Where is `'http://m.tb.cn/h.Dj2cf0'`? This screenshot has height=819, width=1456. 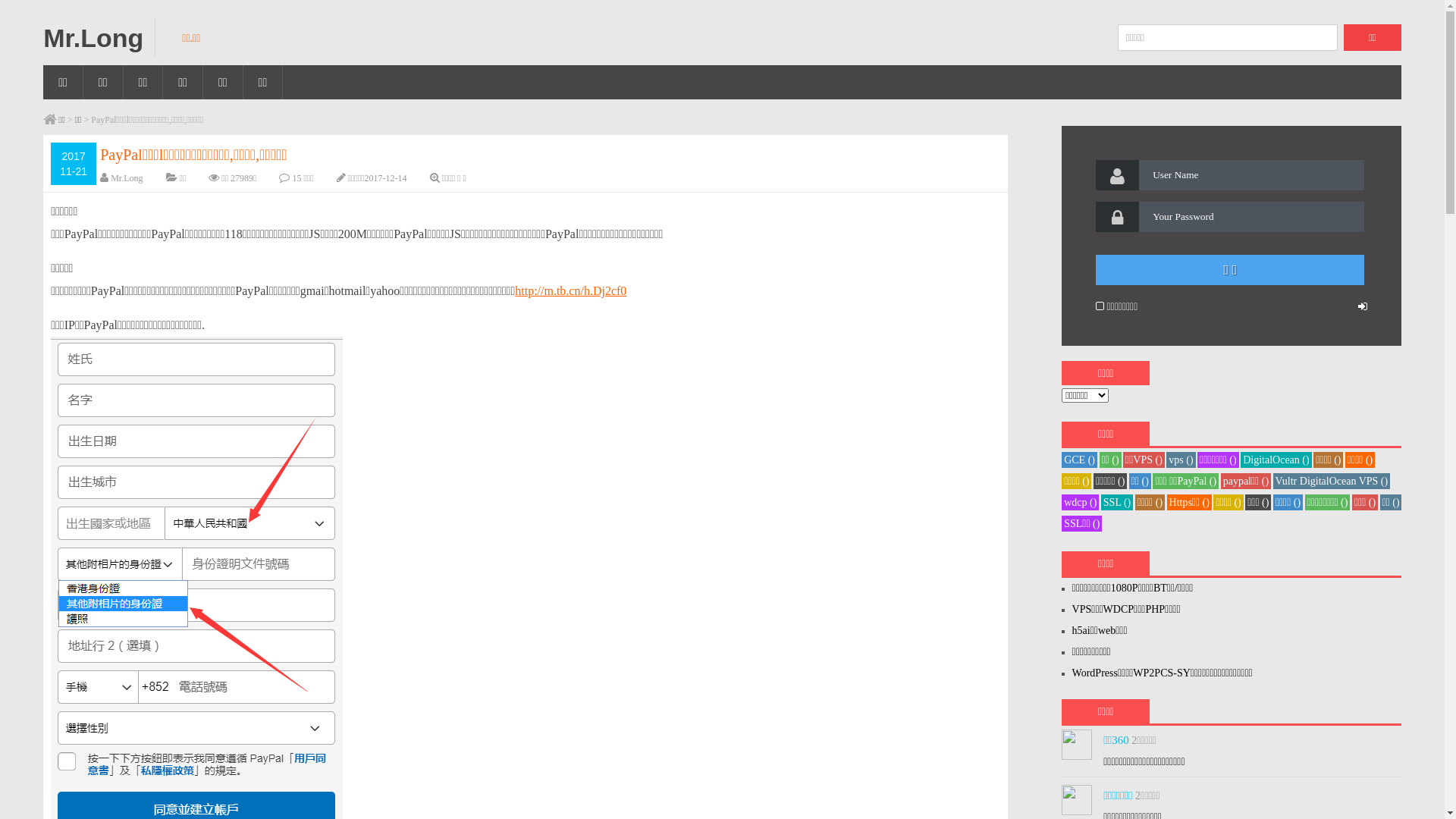 'http://m.tb.cn/h.Dj2cf0' is located at coordinates (570, 290).